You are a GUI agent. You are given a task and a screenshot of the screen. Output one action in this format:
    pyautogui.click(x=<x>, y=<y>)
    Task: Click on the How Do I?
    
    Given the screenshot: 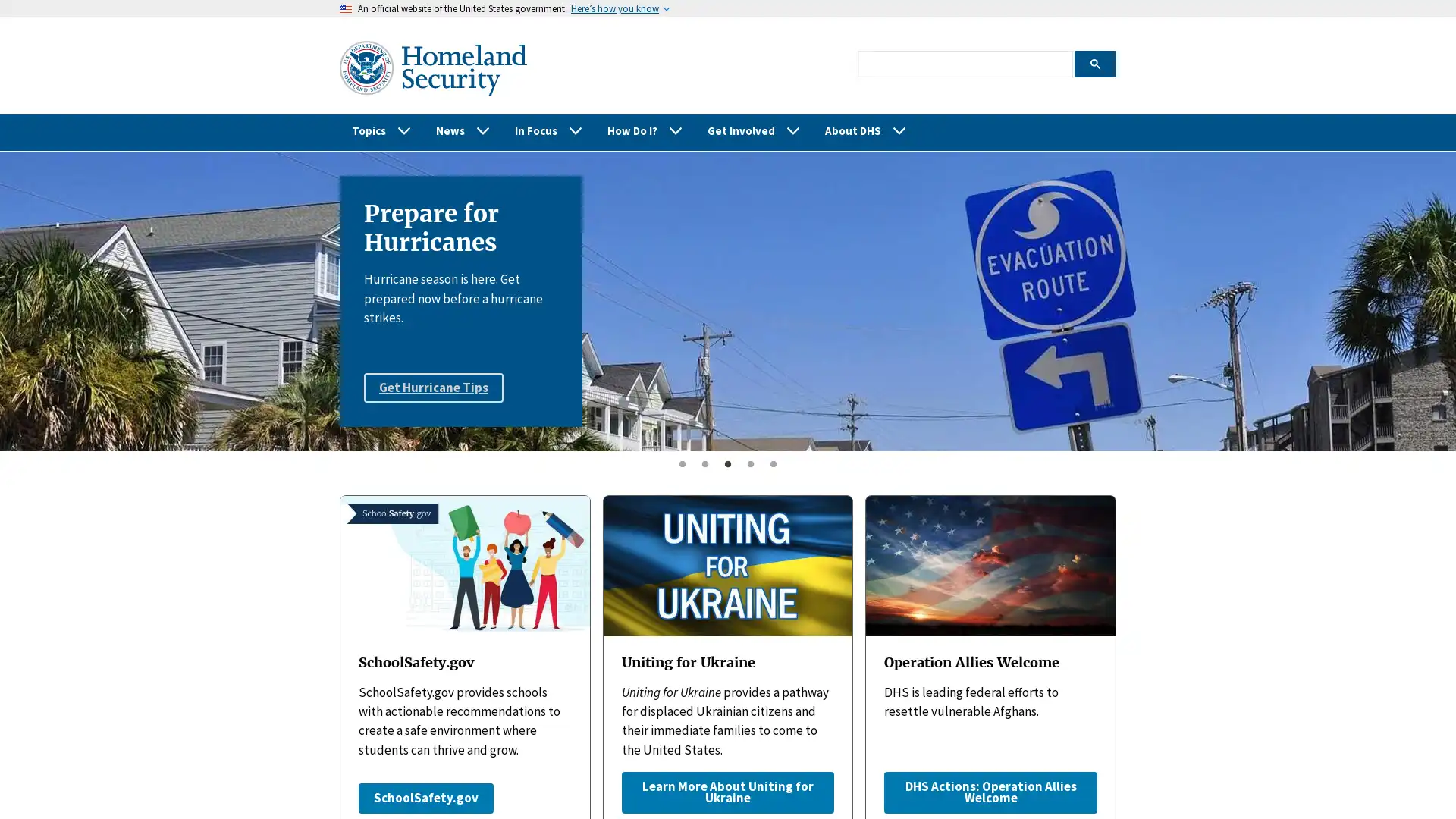 What is the action you would take?
    pyautogui.click(x=645, y=130)
    